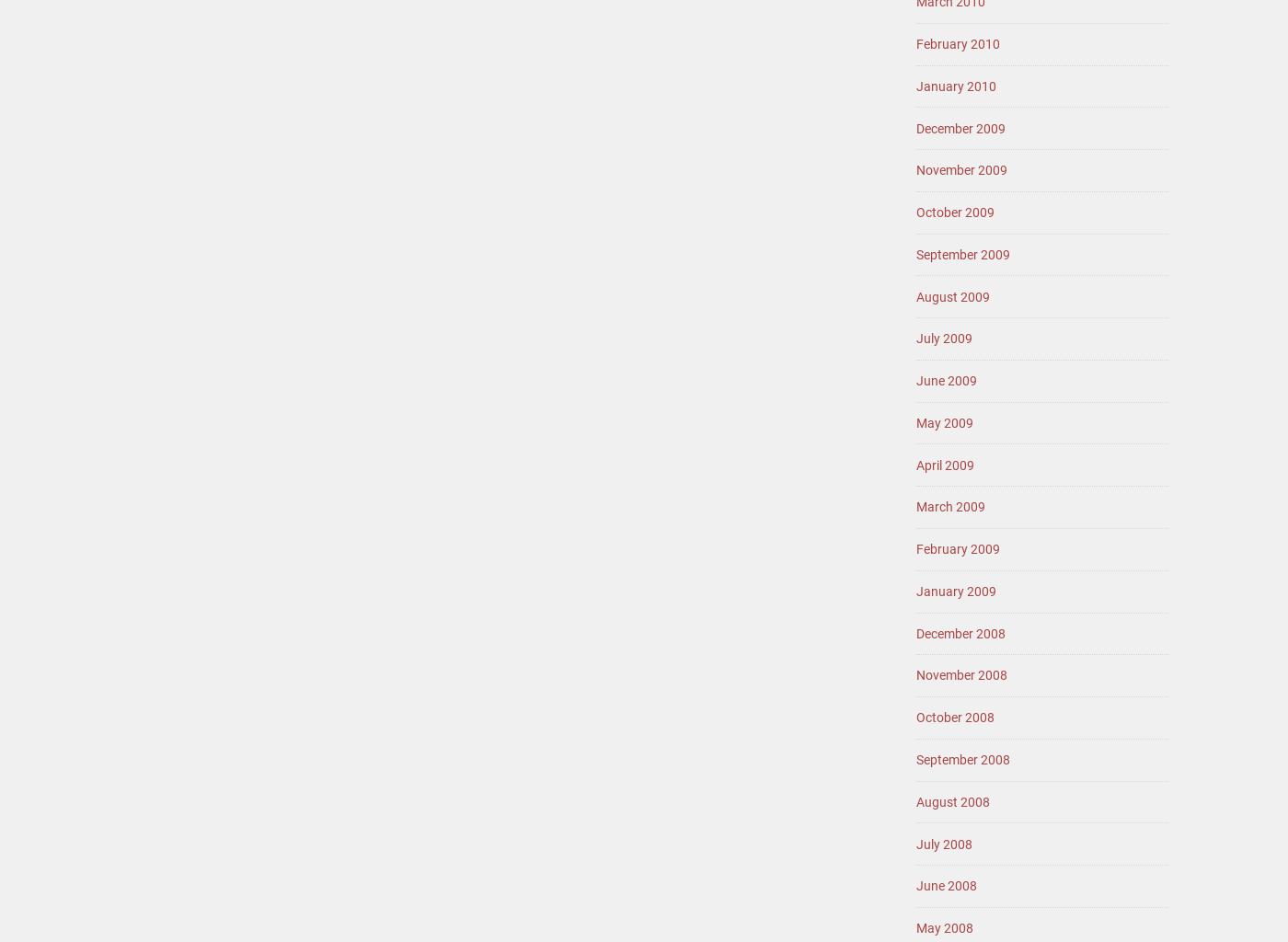  Describe the element at coordinates (915, 507) in the screenshot. I see `'March 2009'` at that location.